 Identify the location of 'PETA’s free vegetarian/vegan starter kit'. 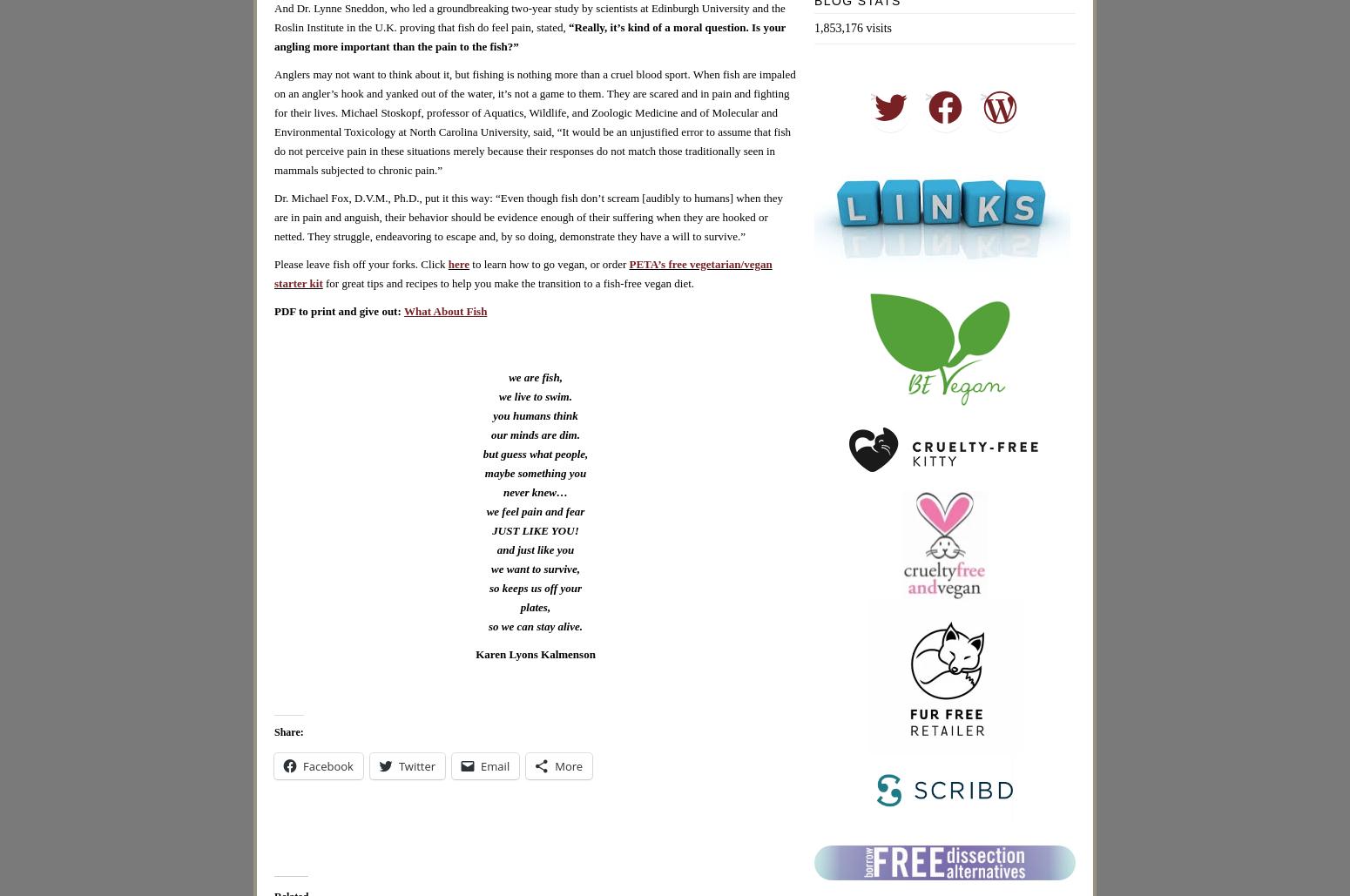
(523, 273).